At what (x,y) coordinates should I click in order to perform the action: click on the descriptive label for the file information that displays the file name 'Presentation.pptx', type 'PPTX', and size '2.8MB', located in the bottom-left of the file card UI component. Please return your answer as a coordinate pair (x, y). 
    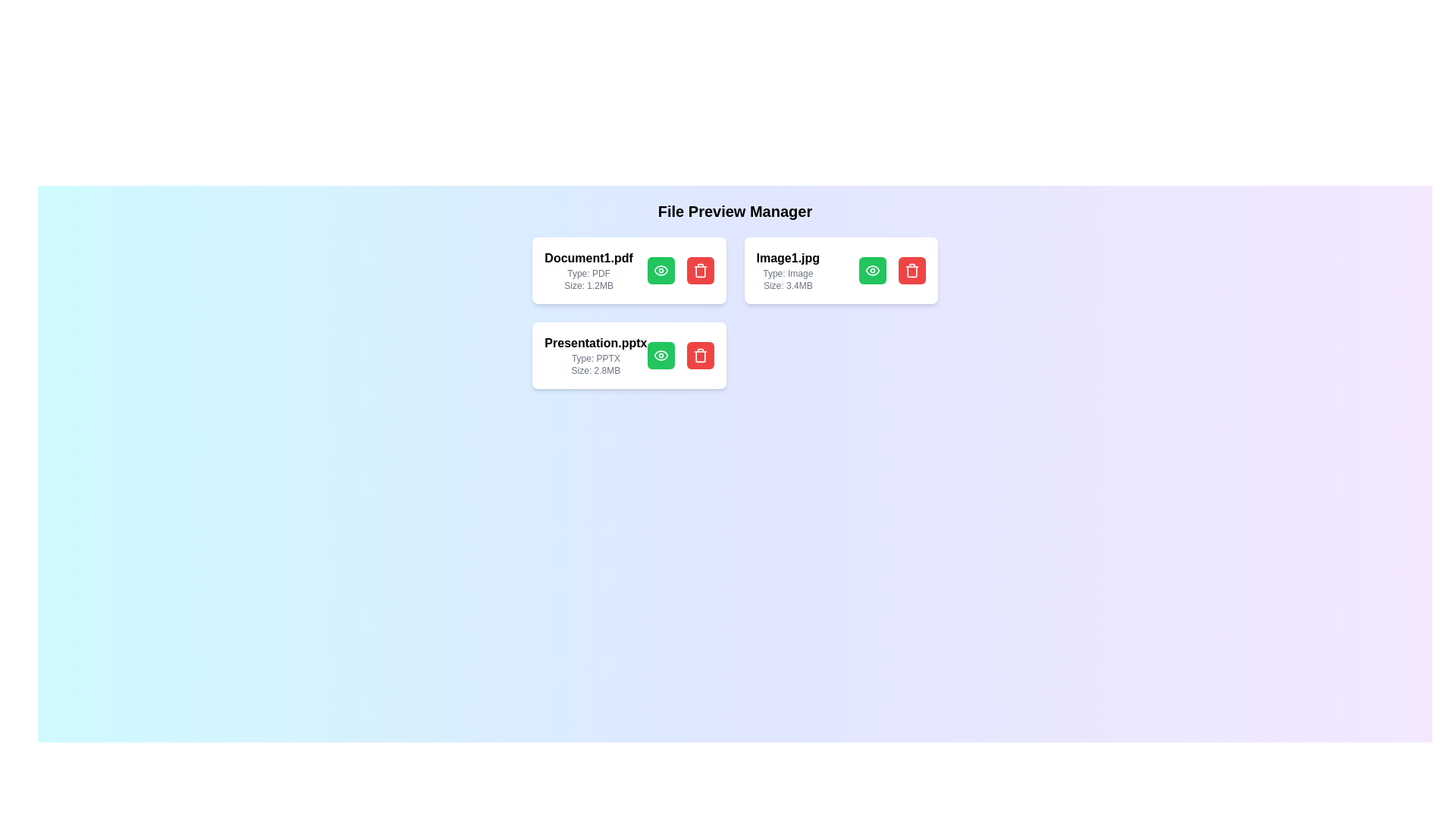
    Looking at the image, I should click on (595, 356).